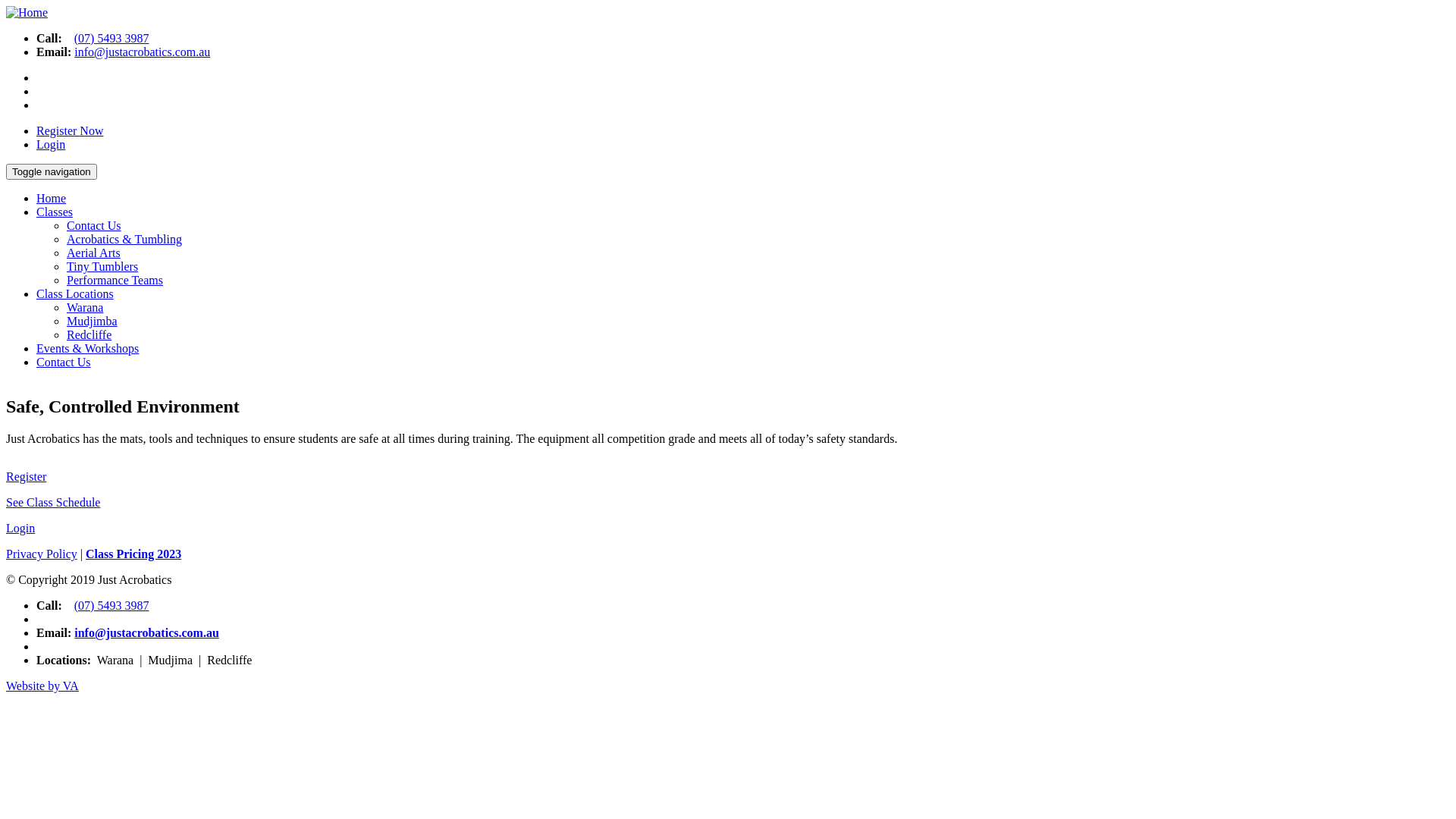 The image size is (1456, 819). Describe the element at coordinates (91, 320) in the screenshot. I see `'Mudjimba'` at that location.